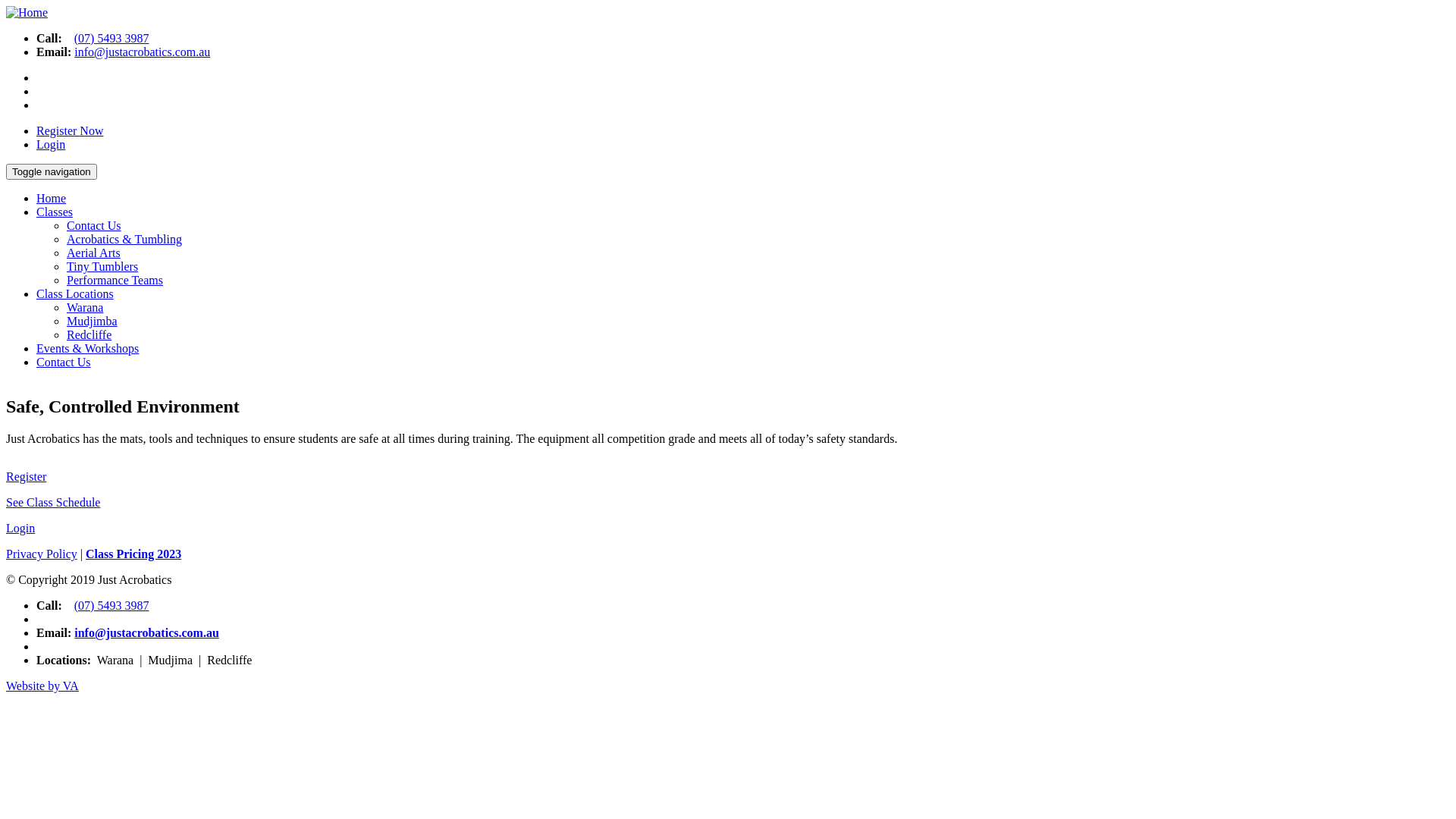 The image size is (1456, 819). Describe the element at coordinates (91, 320) in the screenshot. I see `'Mudjimba'` at that location.